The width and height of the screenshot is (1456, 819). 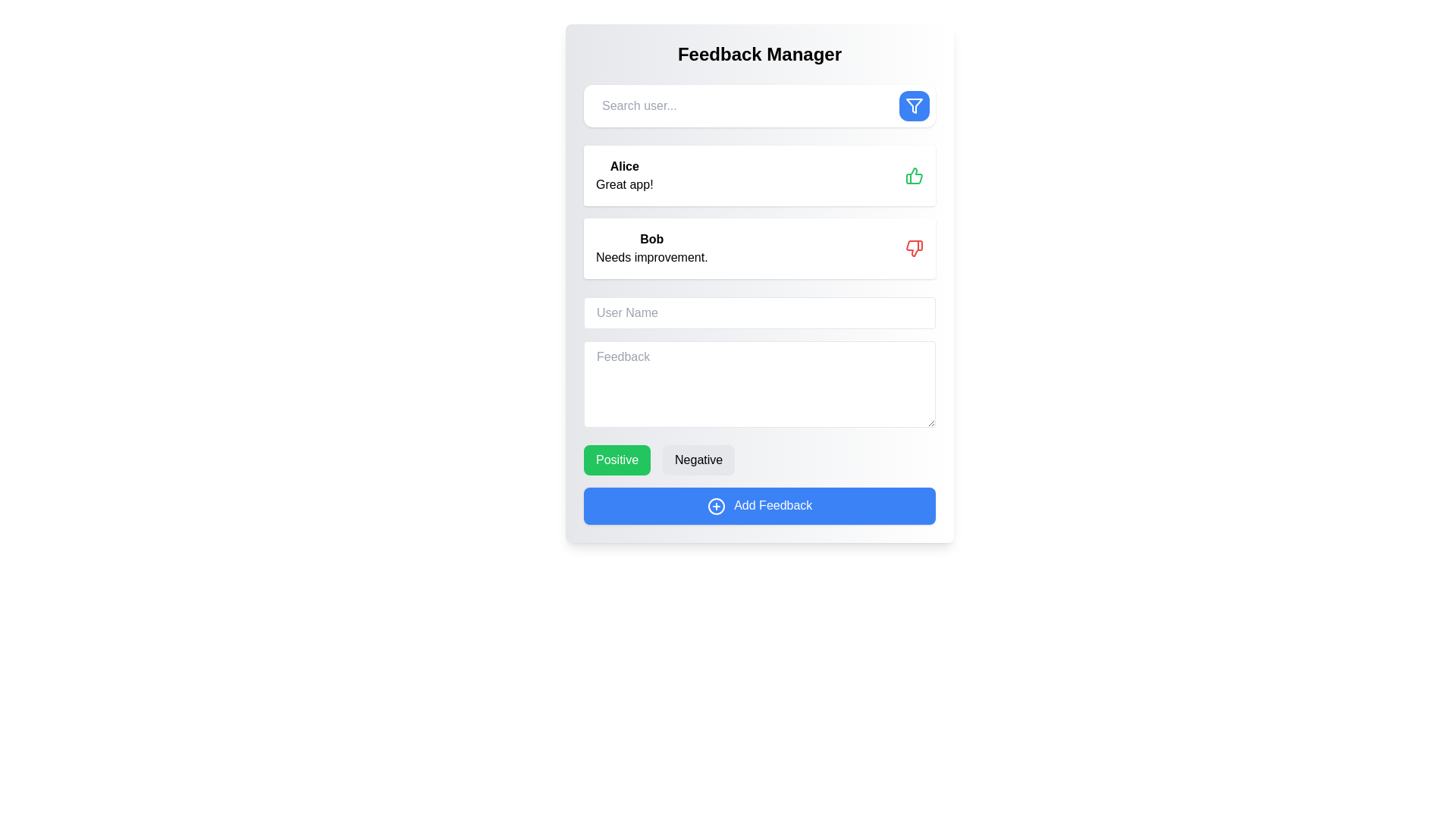 What do you see at coordinates (914, 247) in the screenshot?
I see `the negative feedback button located in the second row of the feedback list, positioned to the right of the user feedback text for 'Bob Needs improvement.'` at bounding box center [914, 247].